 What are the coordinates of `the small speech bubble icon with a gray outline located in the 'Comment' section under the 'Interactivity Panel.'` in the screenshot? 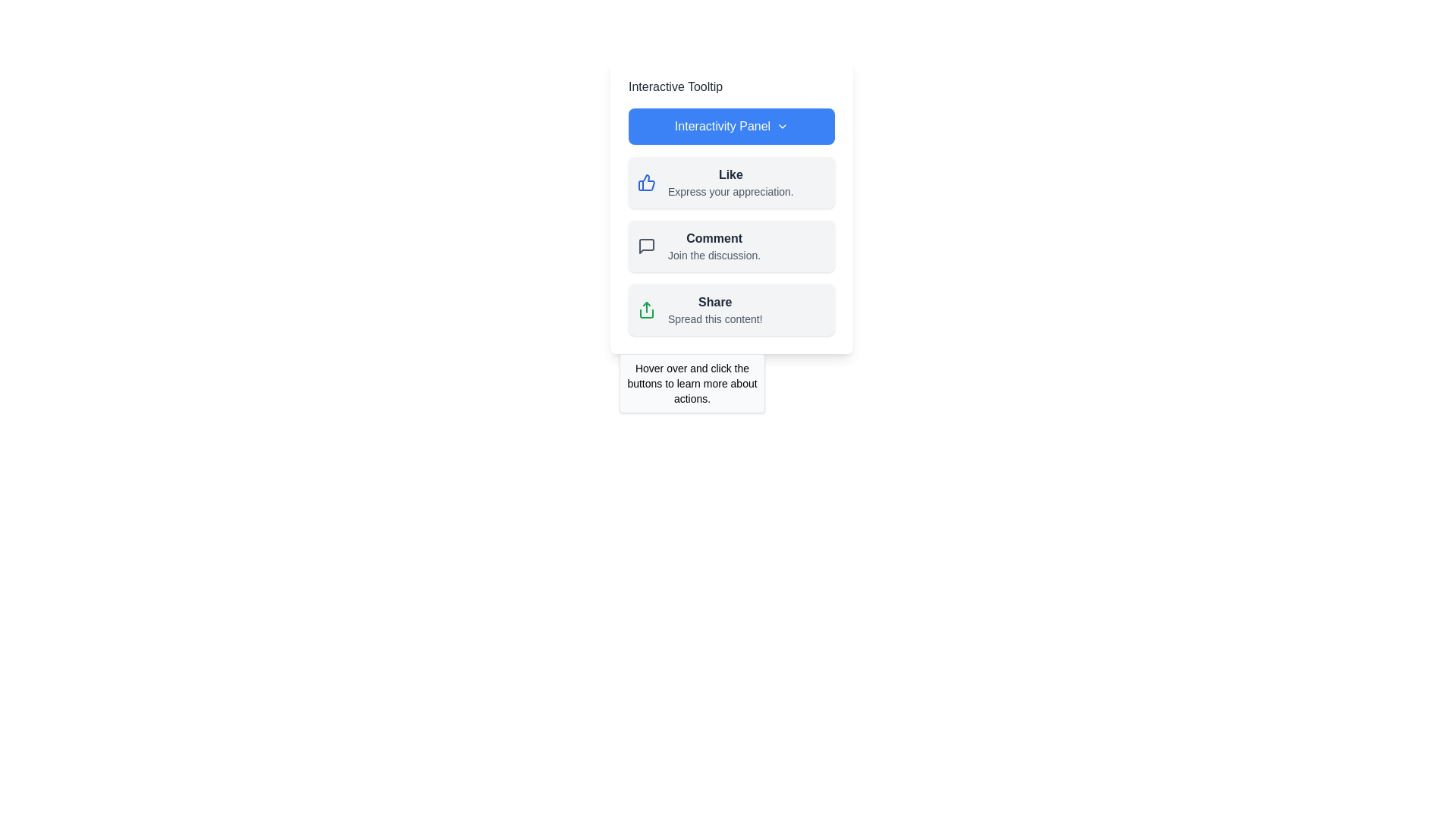 It's located at (647, 245).